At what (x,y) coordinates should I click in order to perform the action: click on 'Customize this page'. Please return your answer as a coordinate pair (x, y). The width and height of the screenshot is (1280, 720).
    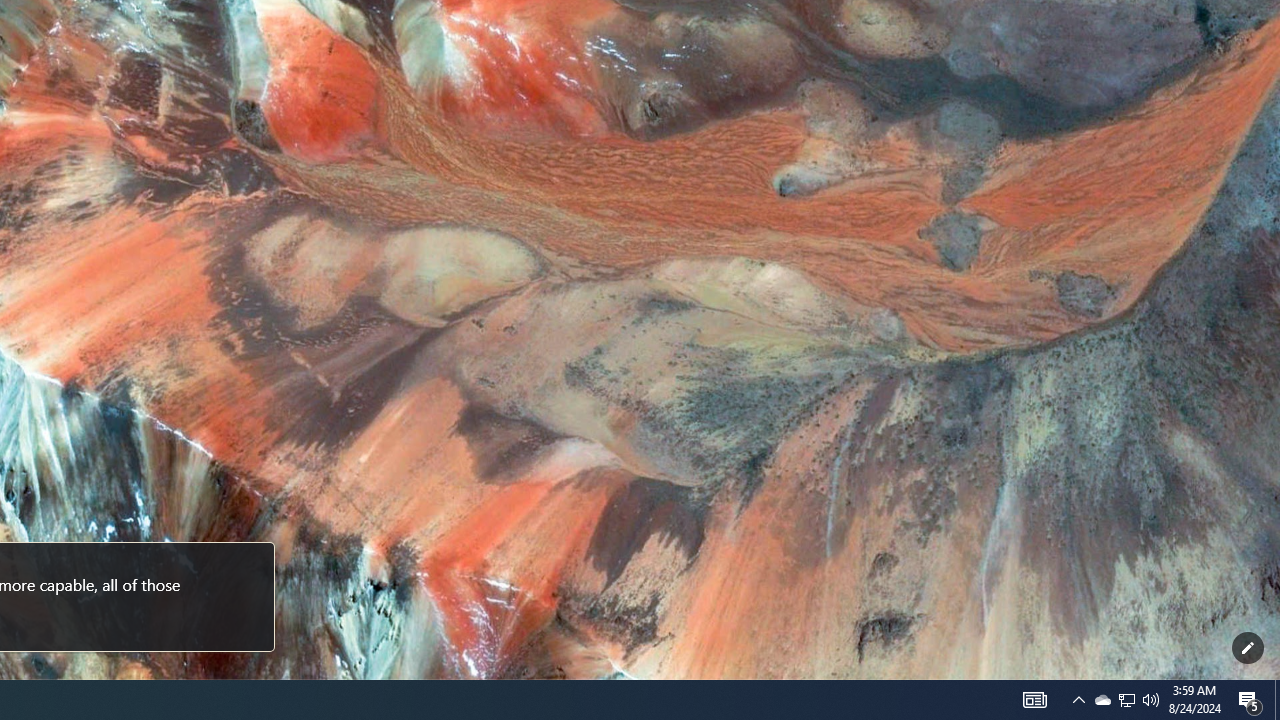
    Looking at the image, I should click on (1247, 648).